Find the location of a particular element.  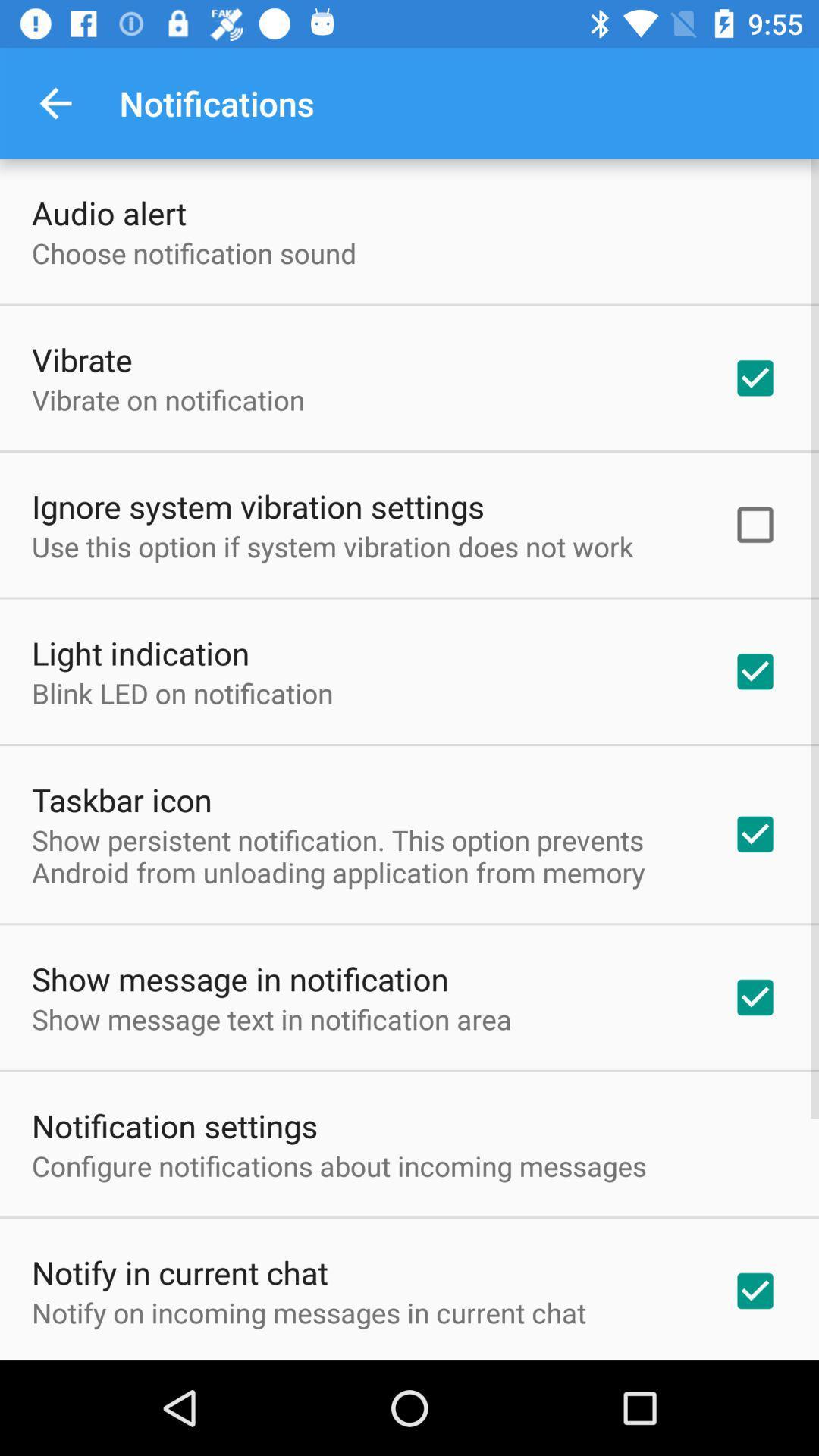

the audio alert item is located at coordinates (108, 212).